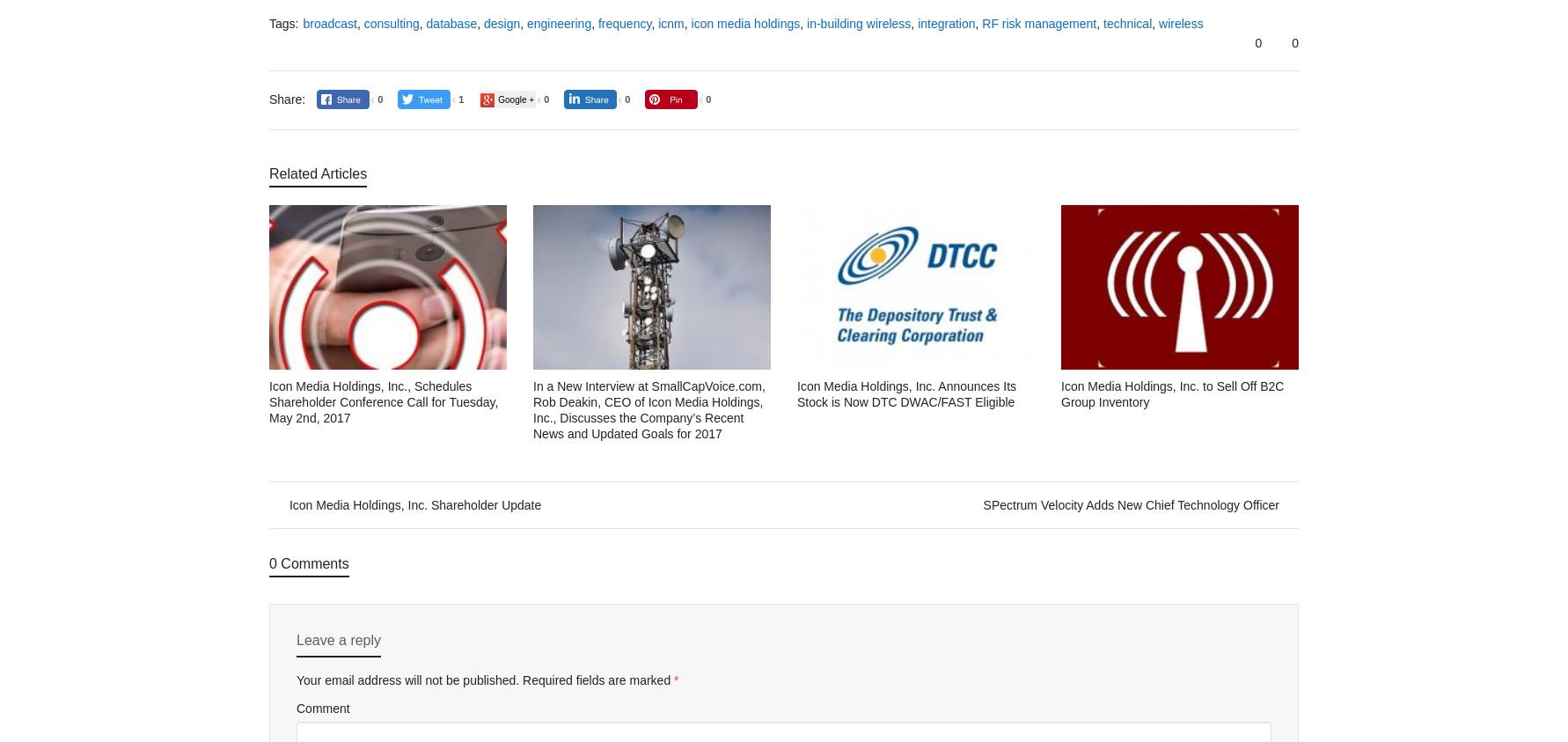 This screenshot has height=742, width=1568. What do you see at coordinates (502, 22) in the screenshot?
I see `'design'` at bounding box center [502, 22].